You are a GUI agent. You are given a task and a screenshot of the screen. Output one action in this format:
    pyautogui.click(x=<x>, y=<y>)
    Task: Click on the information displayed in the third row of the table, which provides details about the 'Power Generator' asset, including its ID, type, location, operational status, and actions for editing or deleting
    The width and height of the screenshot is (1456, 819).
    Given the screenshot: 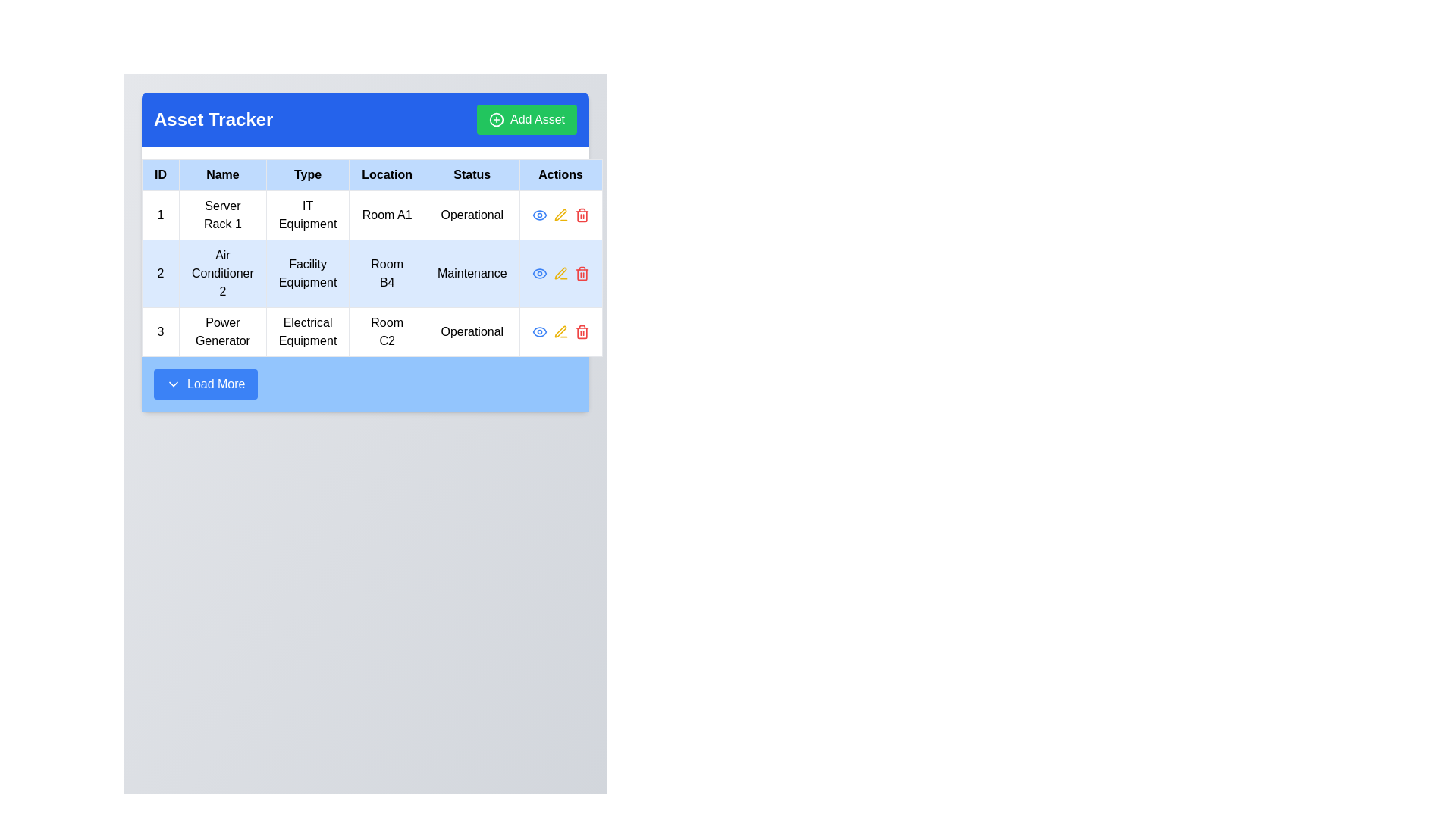 What is the action you would take?
    pyautogui.click(x=372, y=331)
    